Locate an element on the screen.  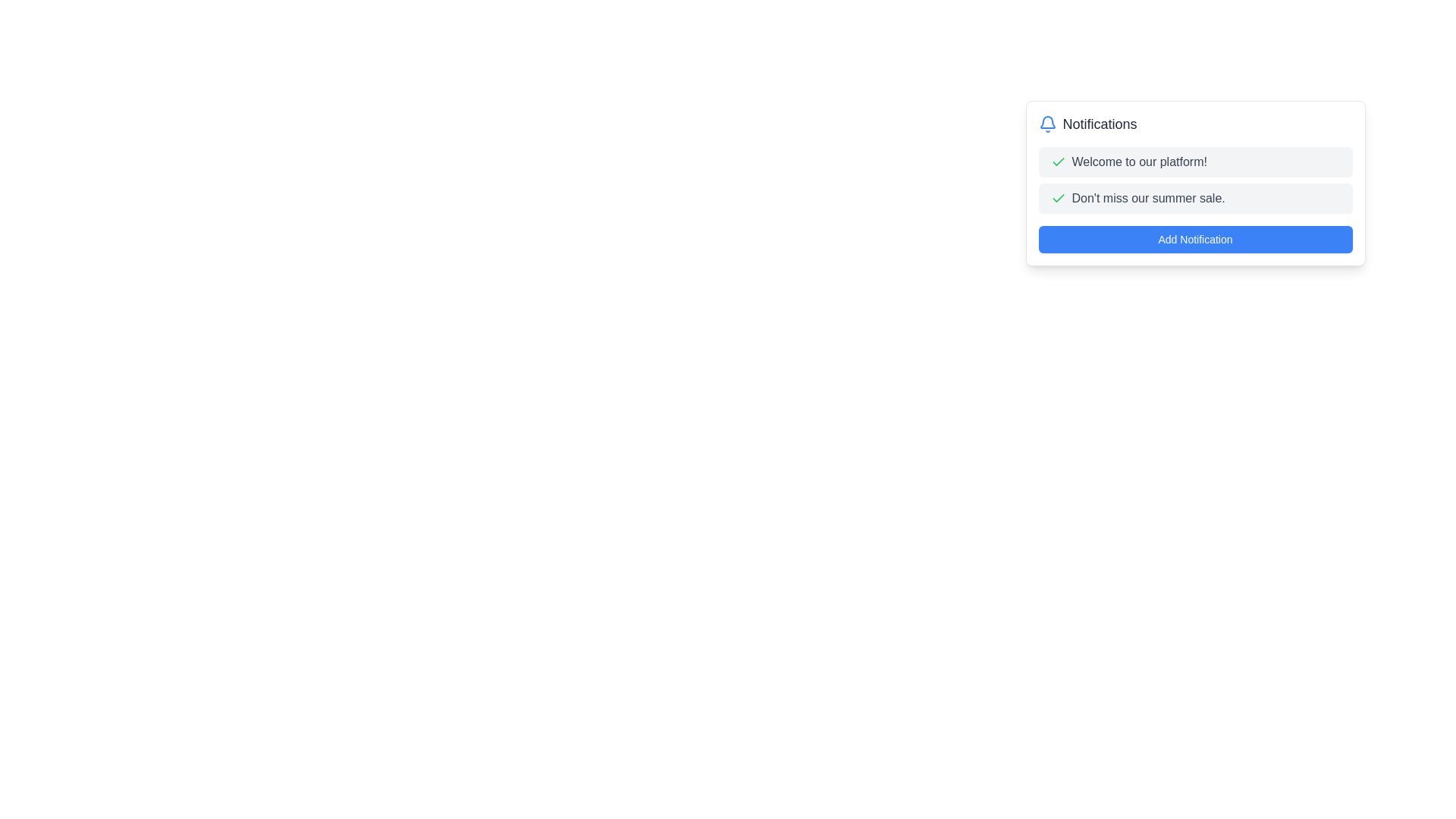
the Notification item with a light gray background and a green checkmark icon, which contains the text 'Welcome to our platform!' is located at coordinates (1194, 162).